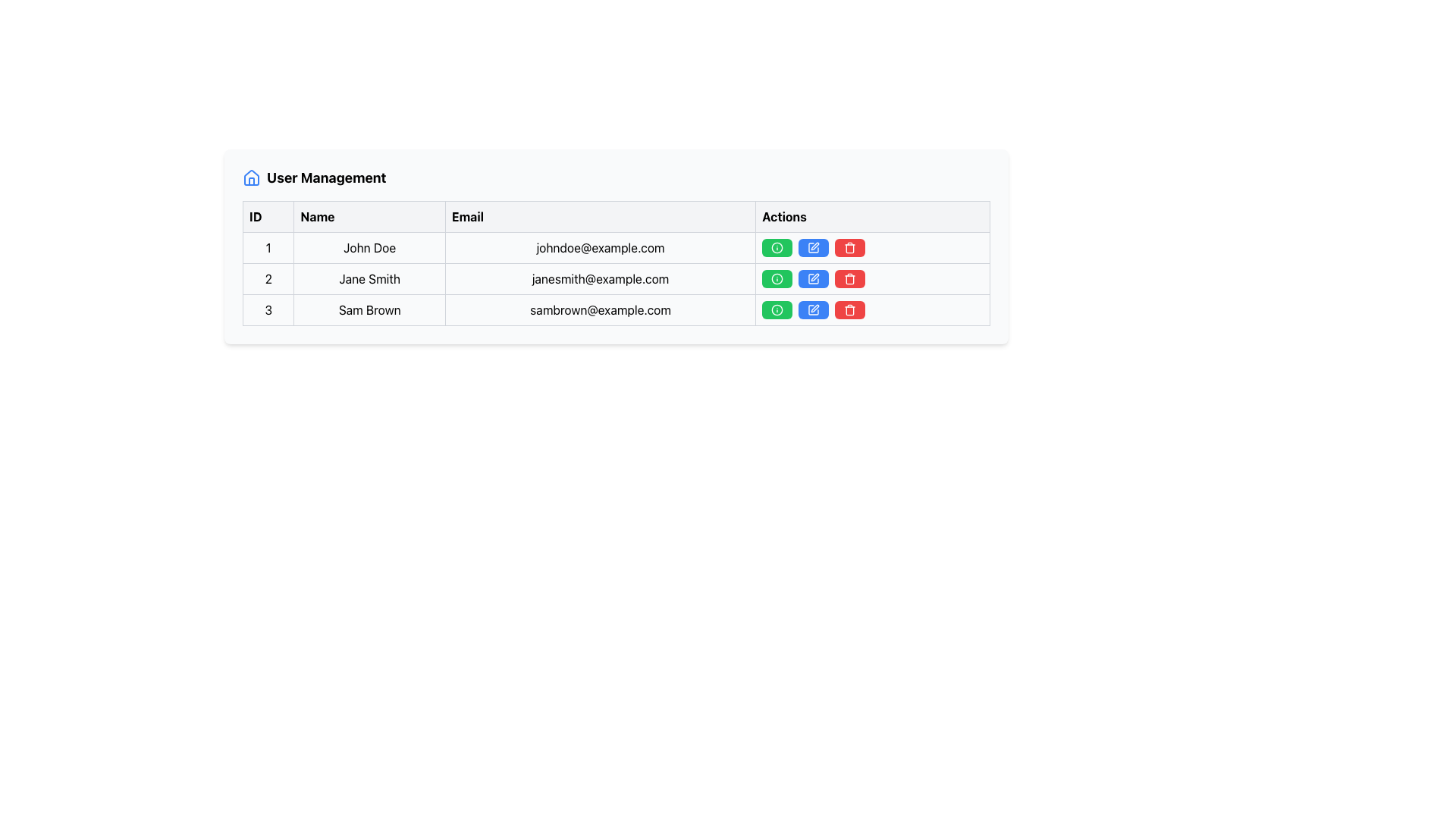 The image size is (1456, 819). I want to click on the email address displayed for user 'John Doe', located in the third cell of the first row under the 'Email' column of the data table, so click(600, 247).